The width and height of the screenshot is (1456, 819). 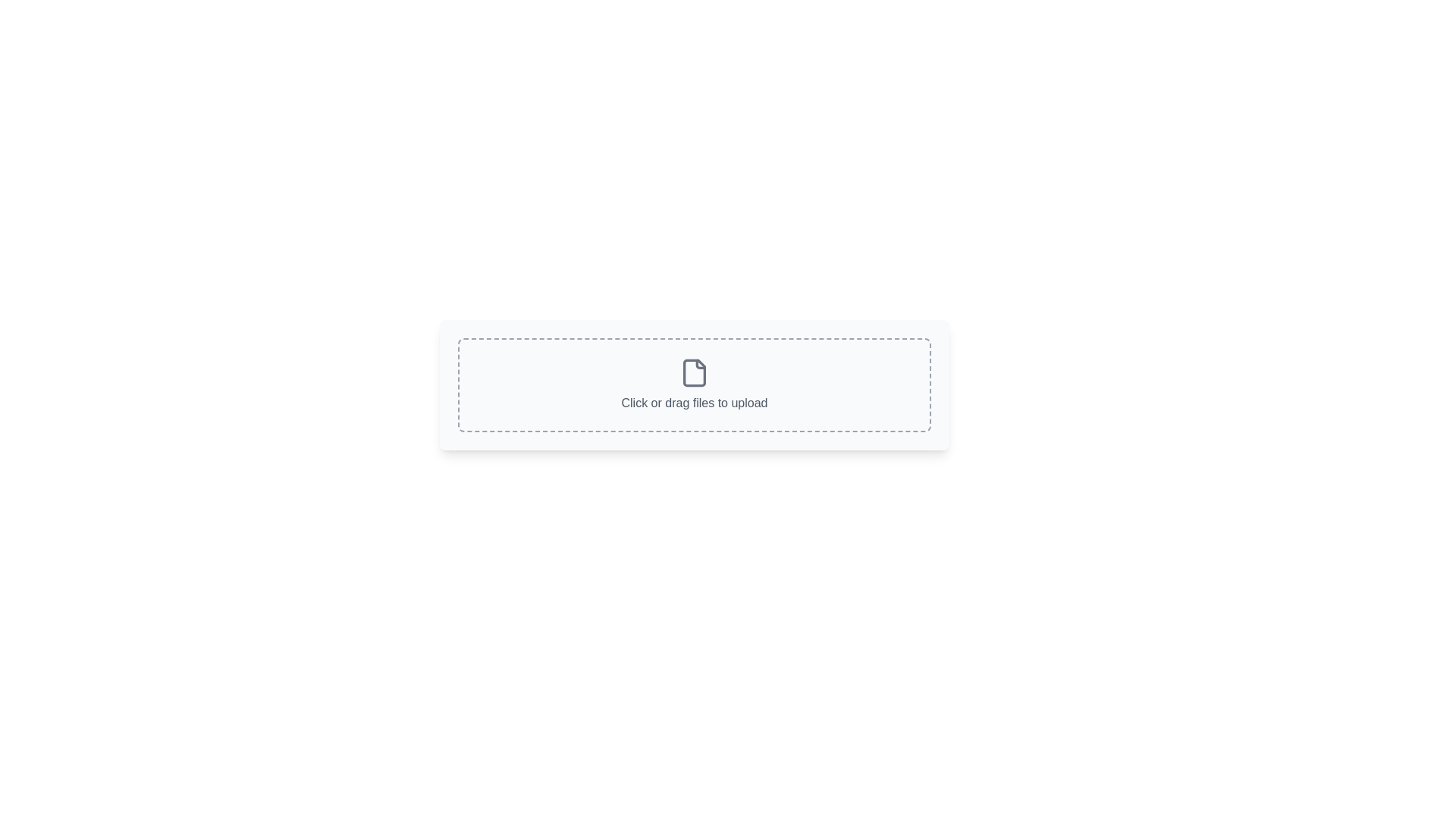 What do you see at coordinates (694, 403) in the screenshot?
I see `the Text Label that provides instructions for the user to click or drag and drop files into the designated region` at bounding box center [694, 403].